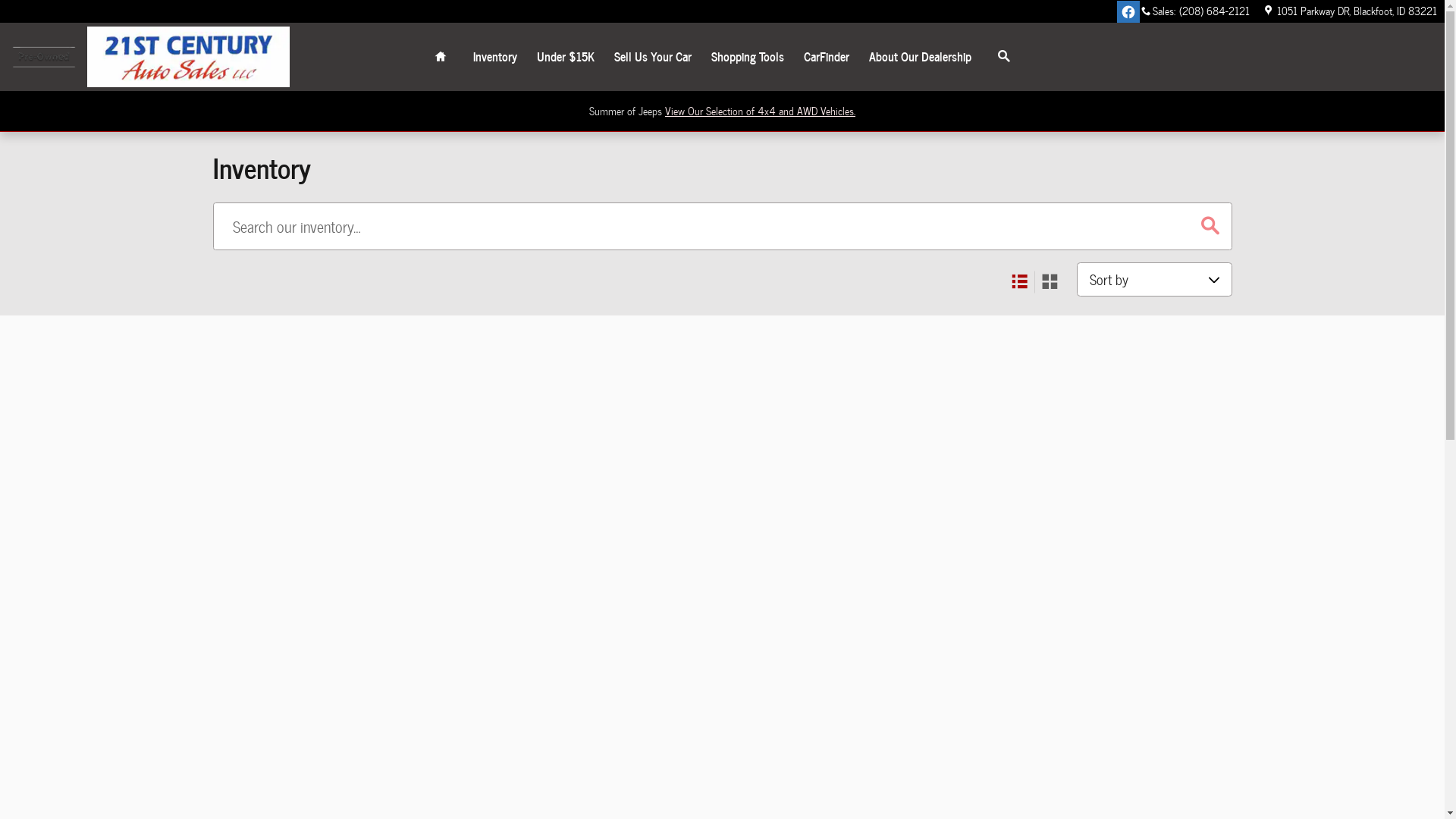  I want to click on 'Search', so click(981, 55).